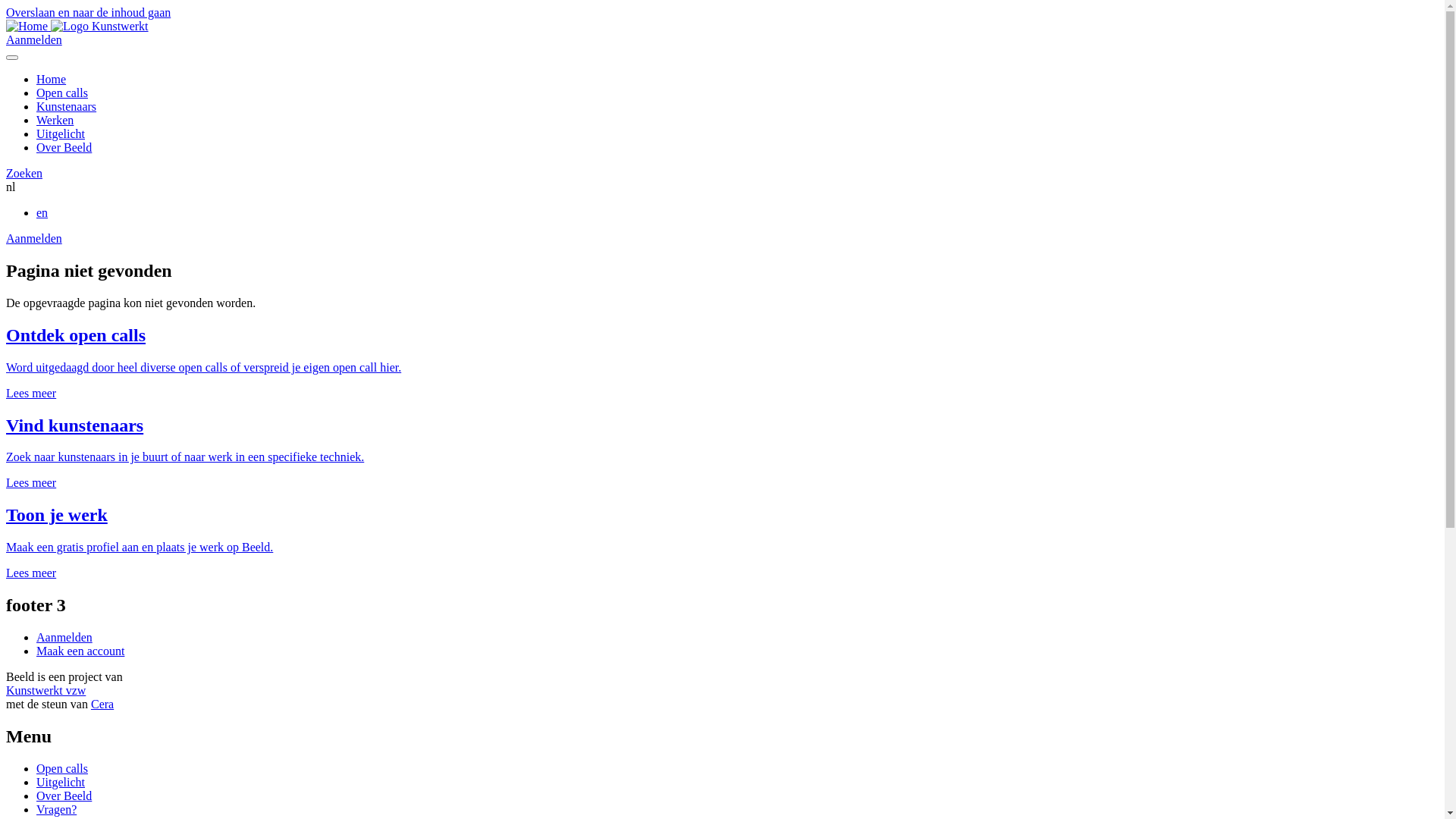 The width and height of the screenshot is (1456, 819). What do you see at coordinates (101, 704) in the screenshot?
I see `'Cera'` at bounding box center [101, 704].